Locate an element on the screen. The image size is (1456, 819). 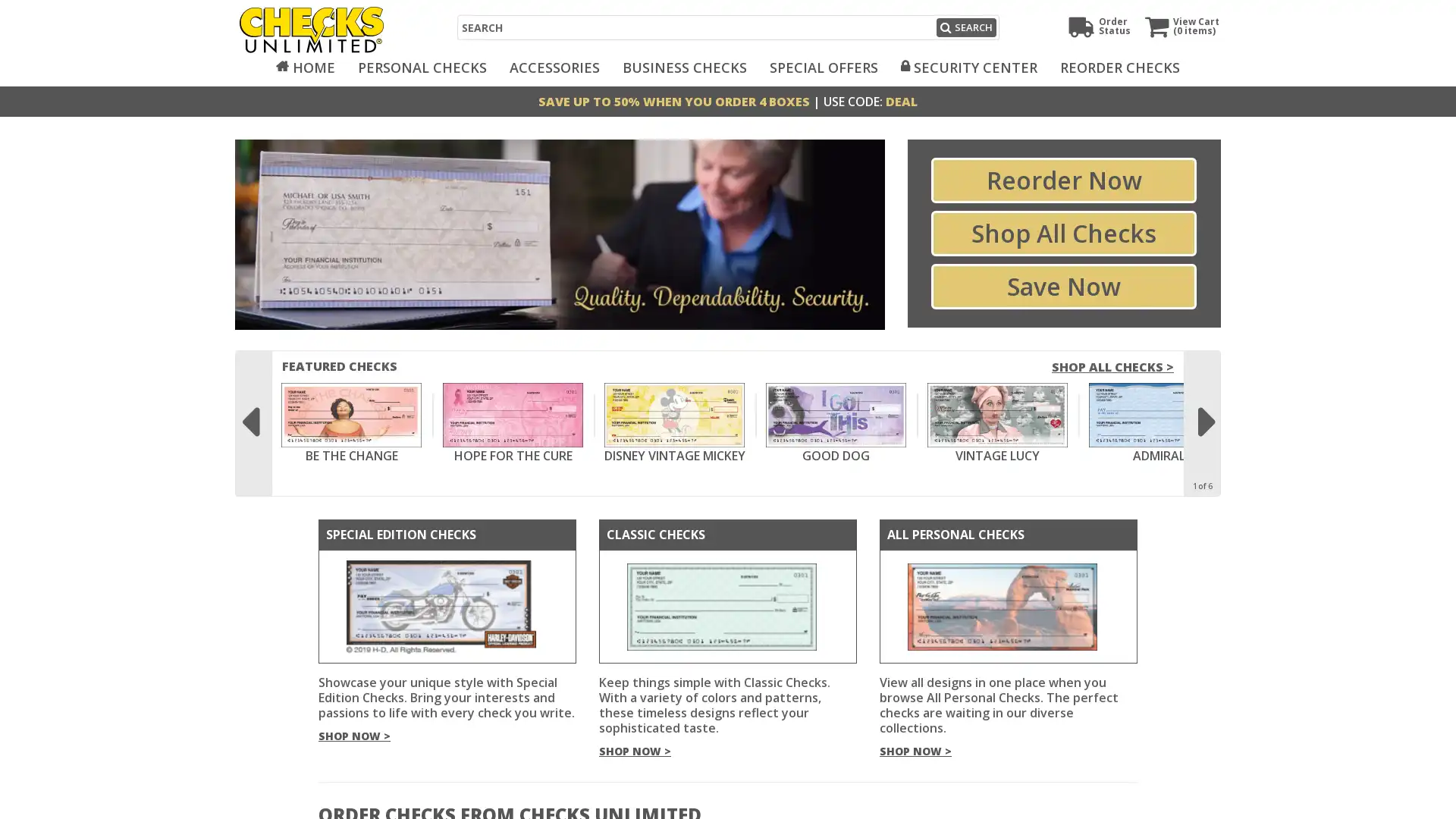
Previous is located at coordinates (249, 414).